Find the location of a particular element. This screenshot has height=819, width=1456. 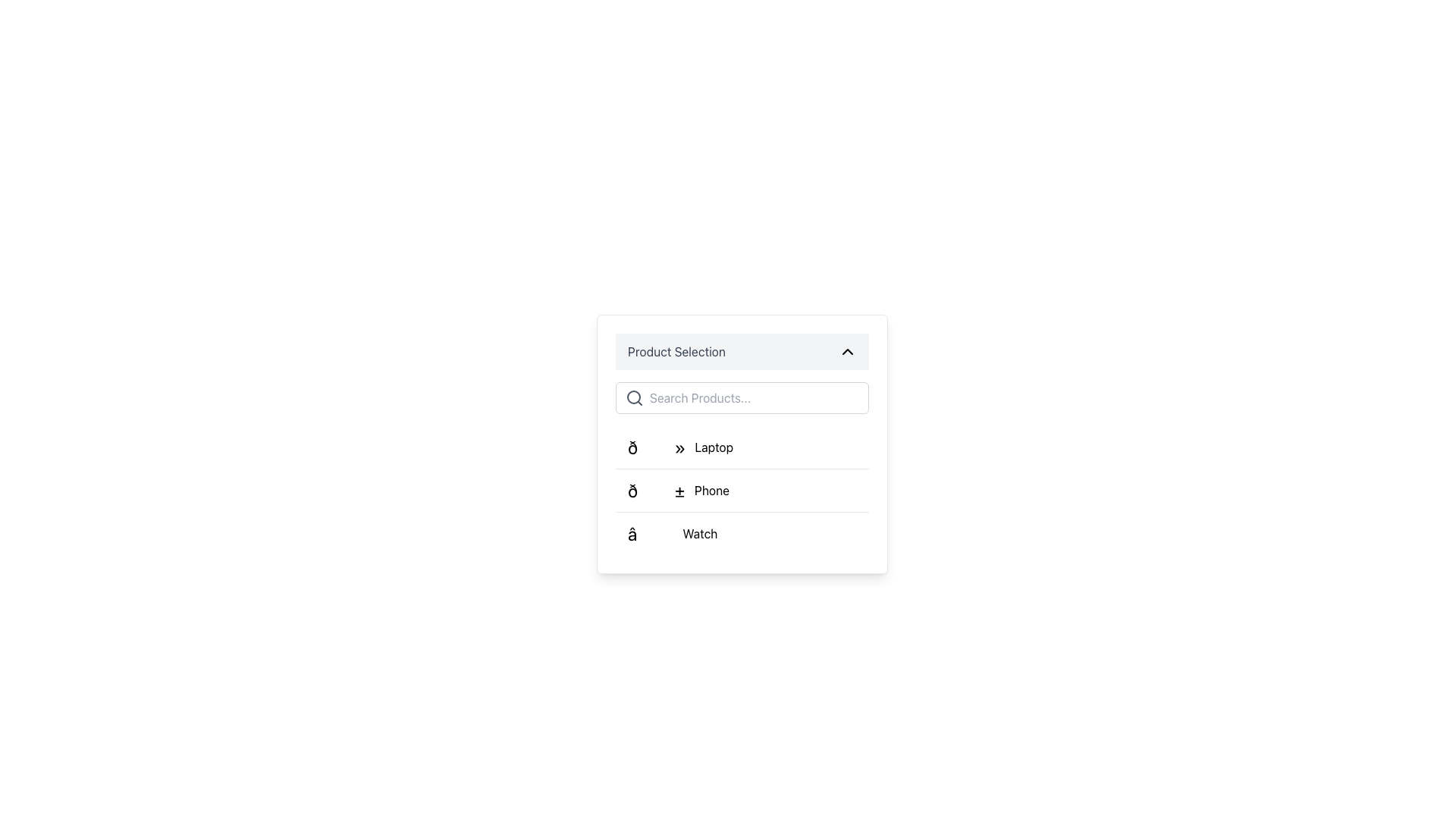

the text label identifying the item 'Laptop' within the product selection options, located under the 'Product Selection' header is located at coordinates (713, 447).